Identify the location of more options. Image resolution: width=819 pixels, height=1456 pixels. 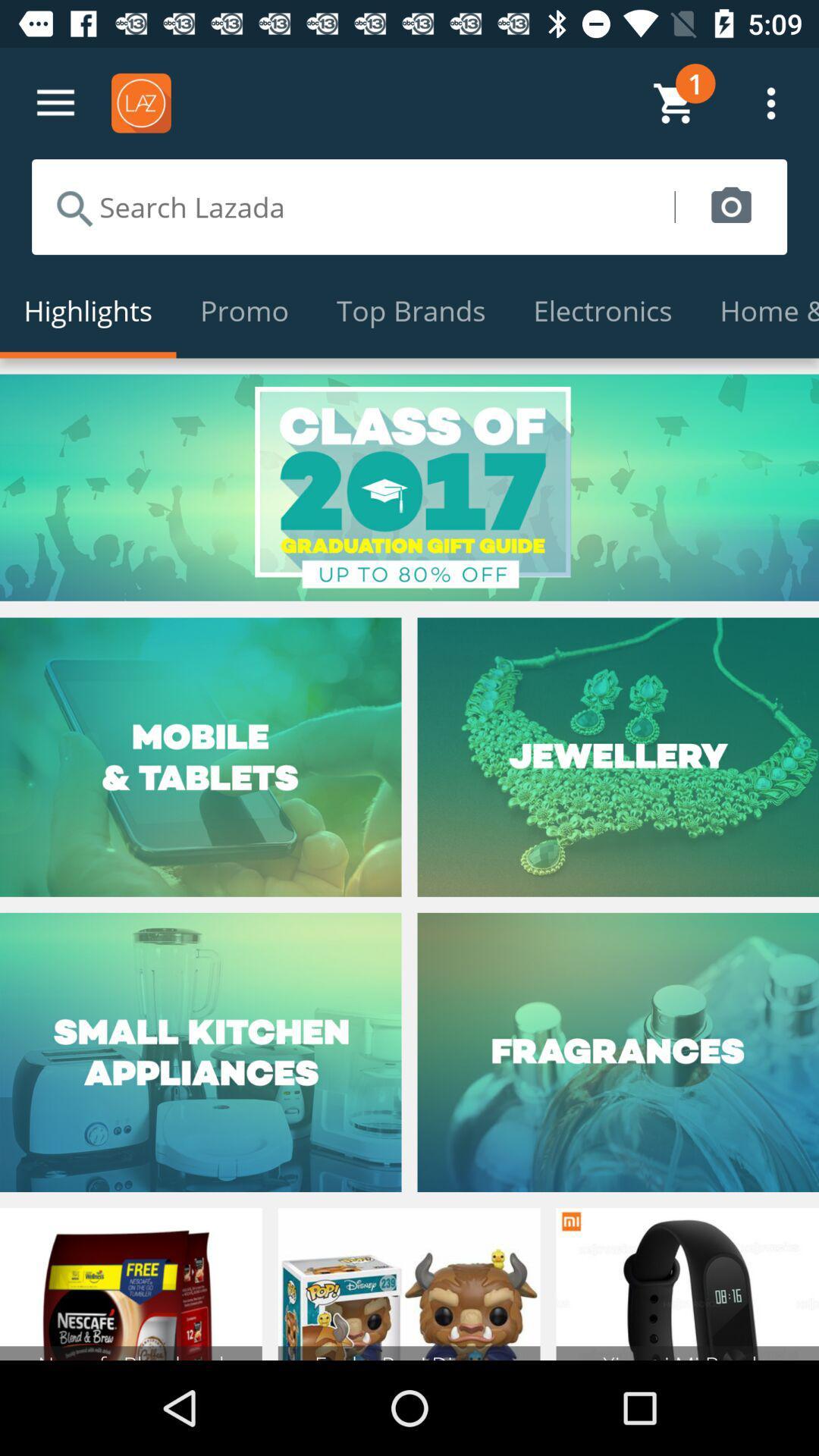
(55, 102).